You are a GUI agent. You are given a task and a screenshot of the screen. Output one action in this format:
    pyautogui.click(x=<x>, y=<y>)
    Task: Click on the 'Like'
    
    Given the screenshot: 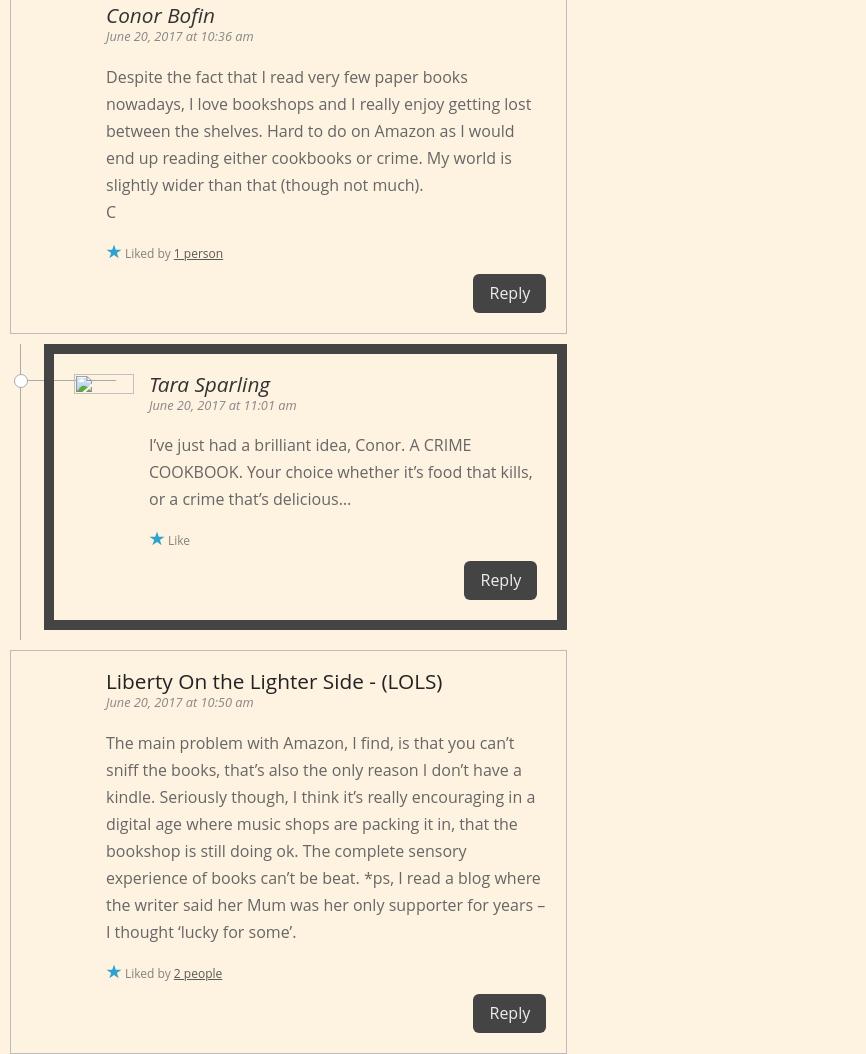 What is the action you would take?
    pyautogui.click(x=179, y=540)
    